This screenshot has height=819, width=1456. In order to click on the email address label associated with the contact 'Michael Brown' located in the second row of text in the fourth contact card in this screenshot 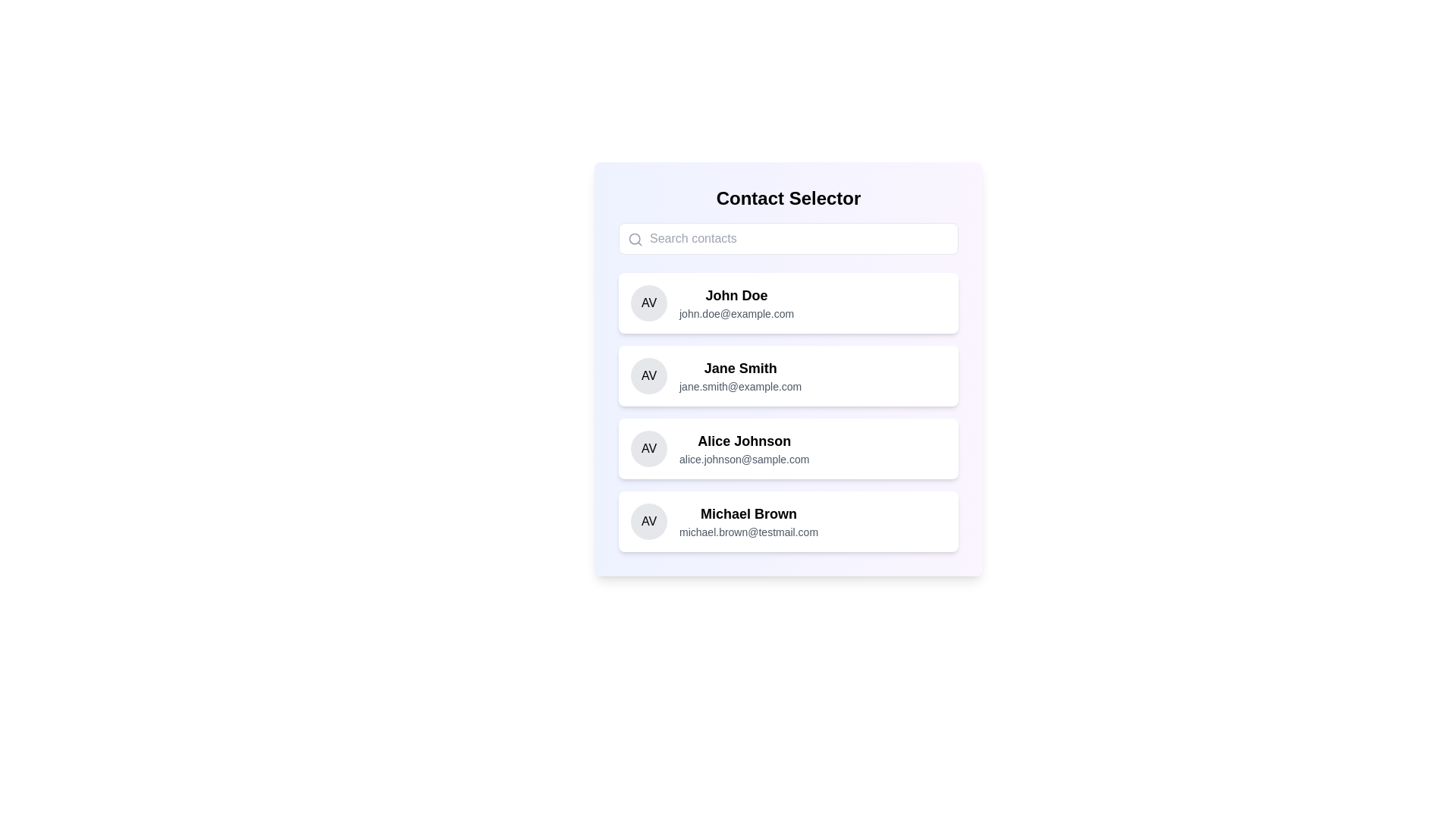, I will do `click(748, 532)`.